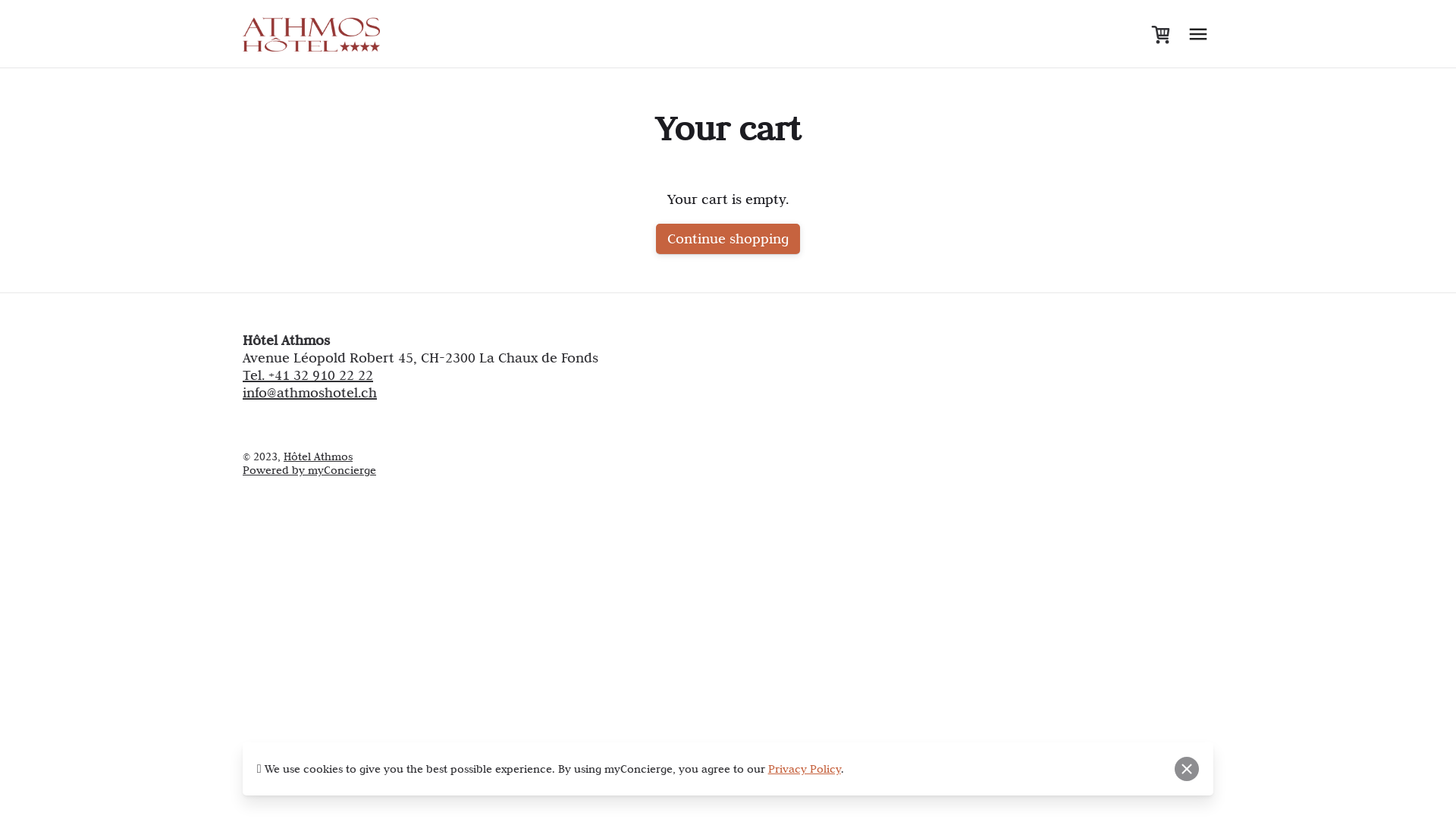  I want to click on 'info@athmoshotel.ch', so click(309, 391).